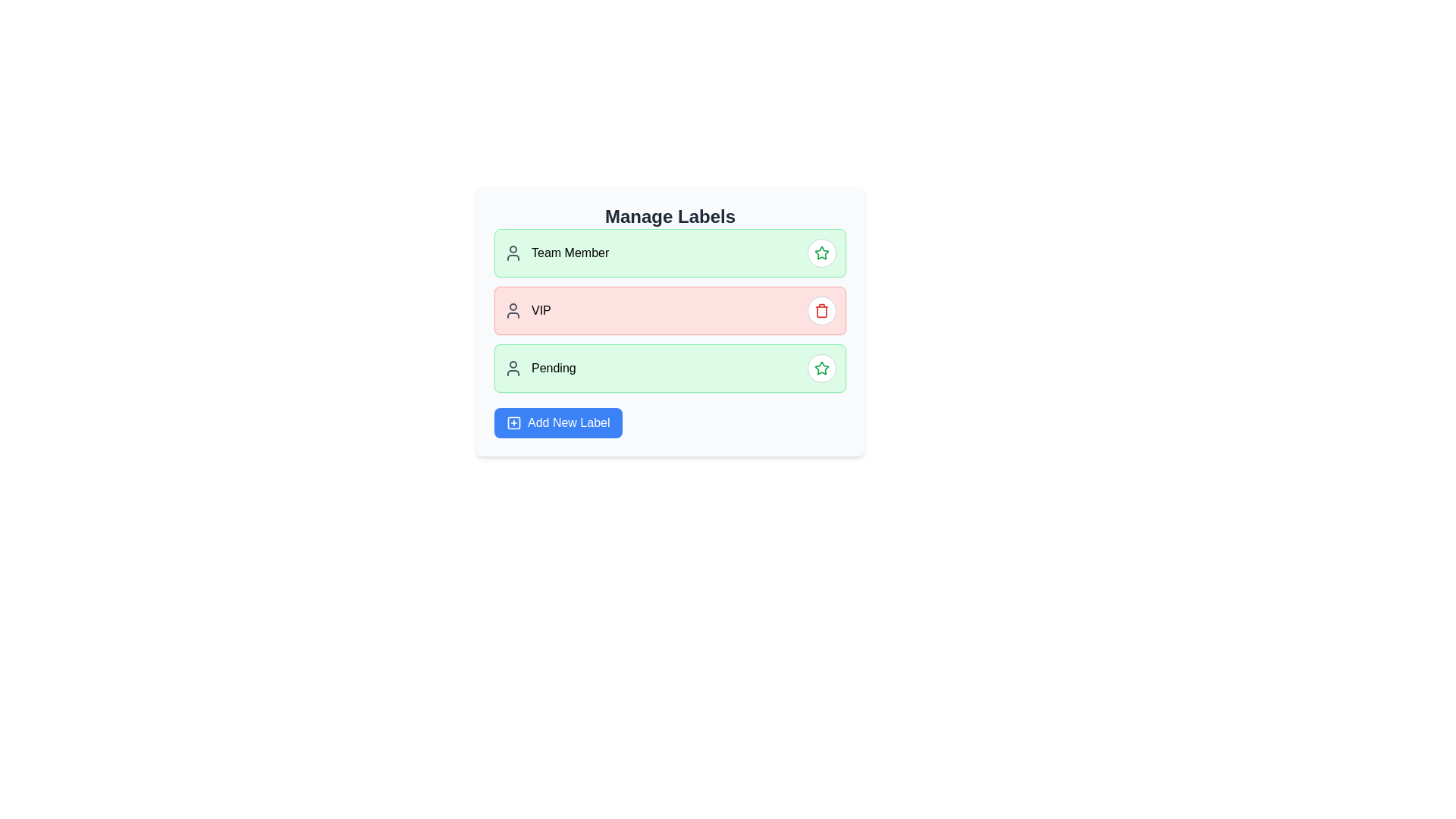  Describe the element at coordinates (821, 368) in the screenshot. I see `the marking icon located at the far right of the 'Team Member' row in the 'Manage Labels' dialog for reference` at that location.